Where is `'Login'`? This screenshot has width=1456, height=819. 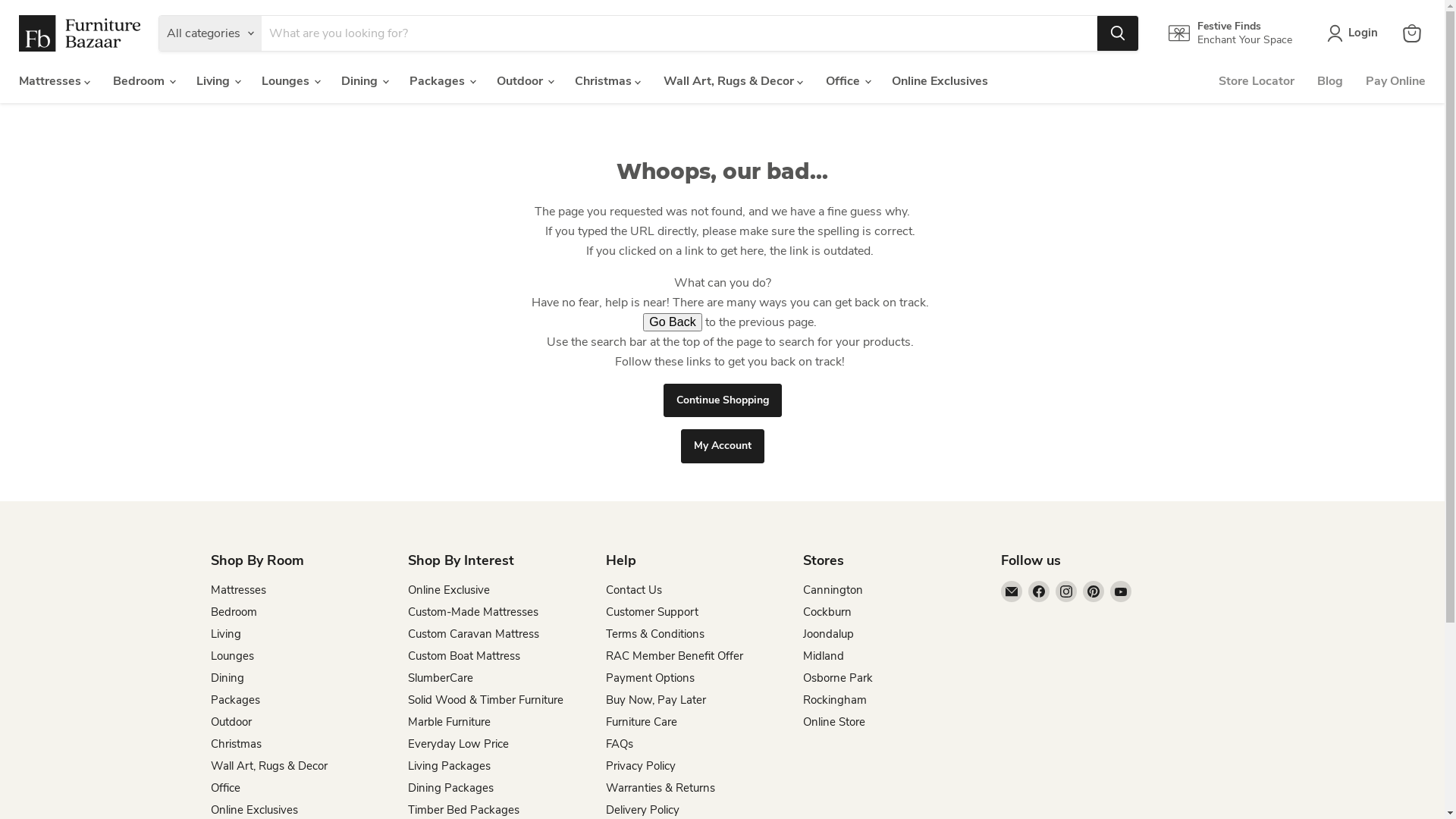
'Login' is located at coordinates (1355, 33).